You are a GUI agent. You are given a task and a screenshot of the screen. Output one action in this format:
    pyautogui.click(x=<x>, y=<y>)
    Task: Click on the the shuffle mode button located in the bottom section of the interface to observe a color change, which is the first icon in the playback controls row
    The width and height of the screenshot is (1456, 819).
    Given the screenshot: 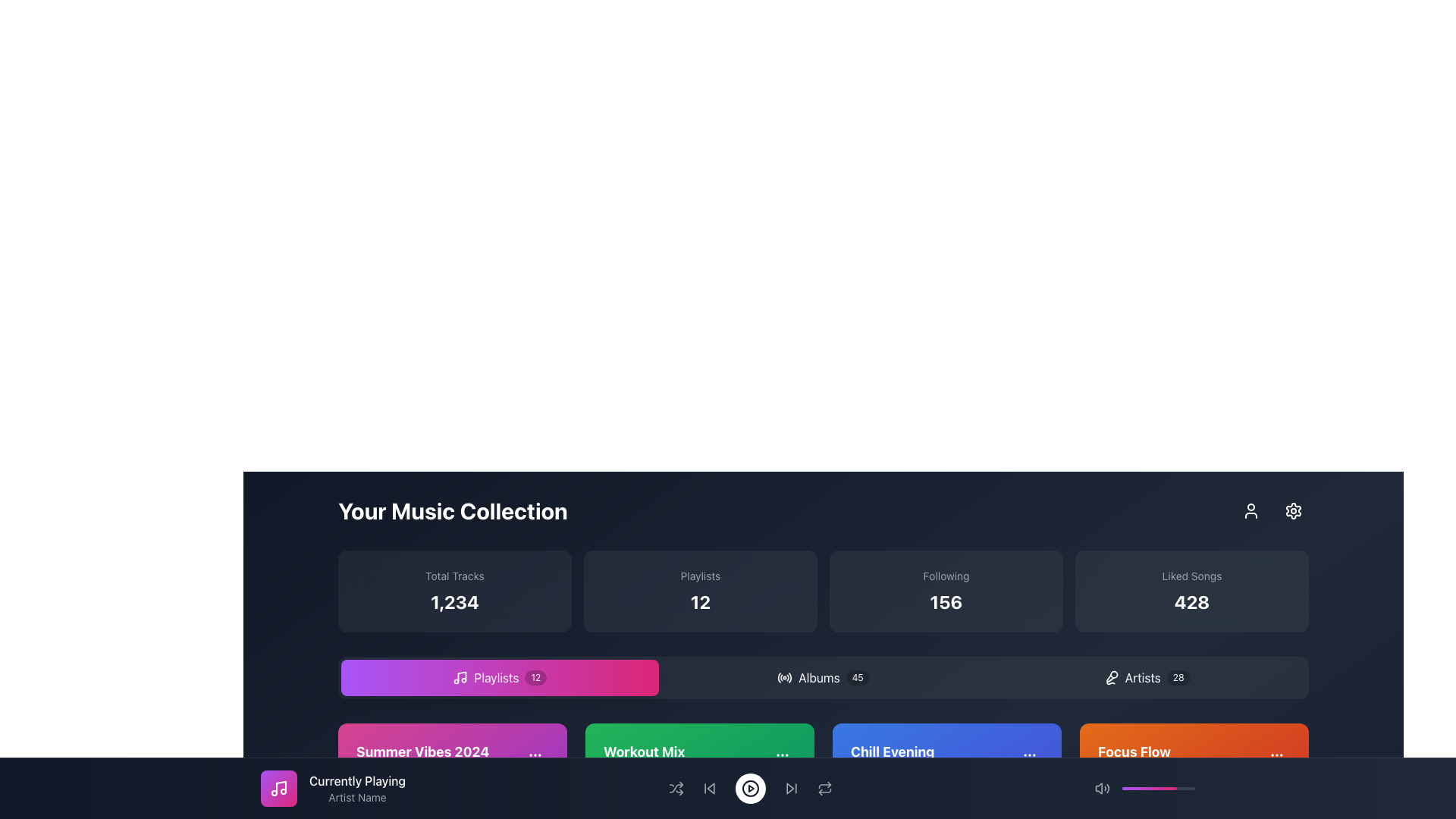 What is the action you would take?
    pyautogui.click(x=675, y=788)
    